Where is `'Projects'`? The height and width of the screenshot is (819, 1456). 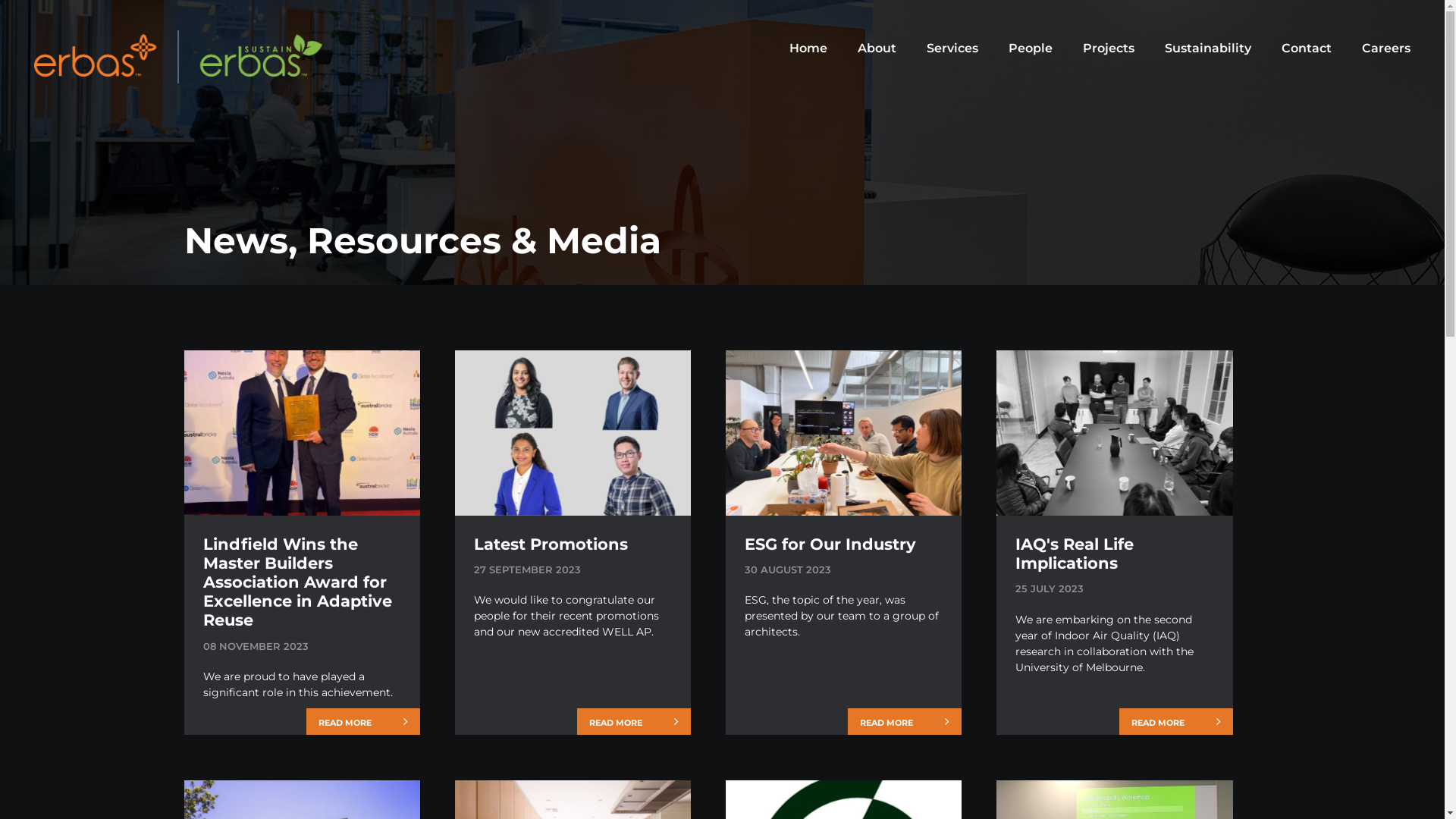 'Projects' is located at coordinates (1109, 48).